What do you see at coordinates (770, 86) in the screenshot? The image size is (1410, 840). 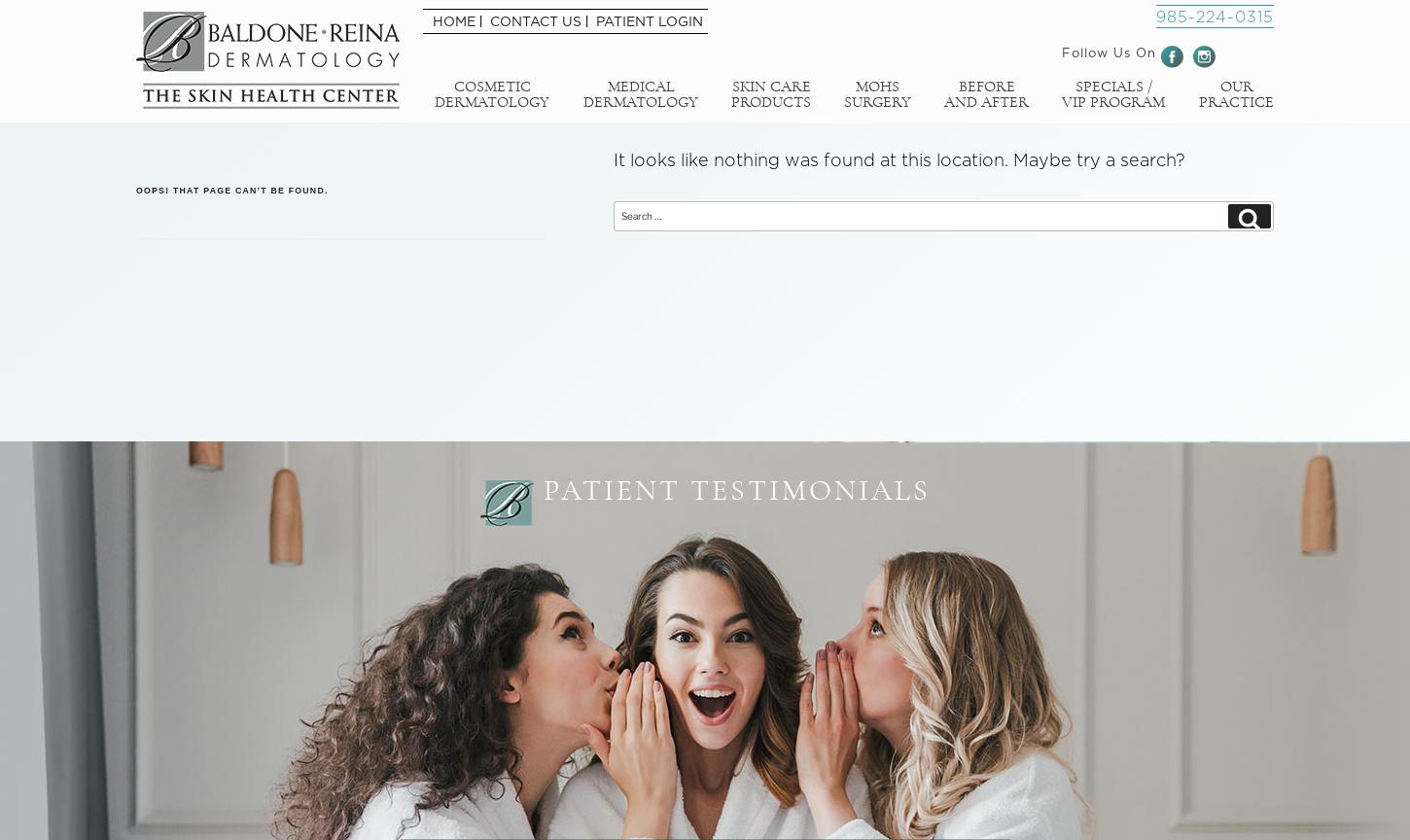 I see `'Skin Care'` at bounding box center [770, 86].